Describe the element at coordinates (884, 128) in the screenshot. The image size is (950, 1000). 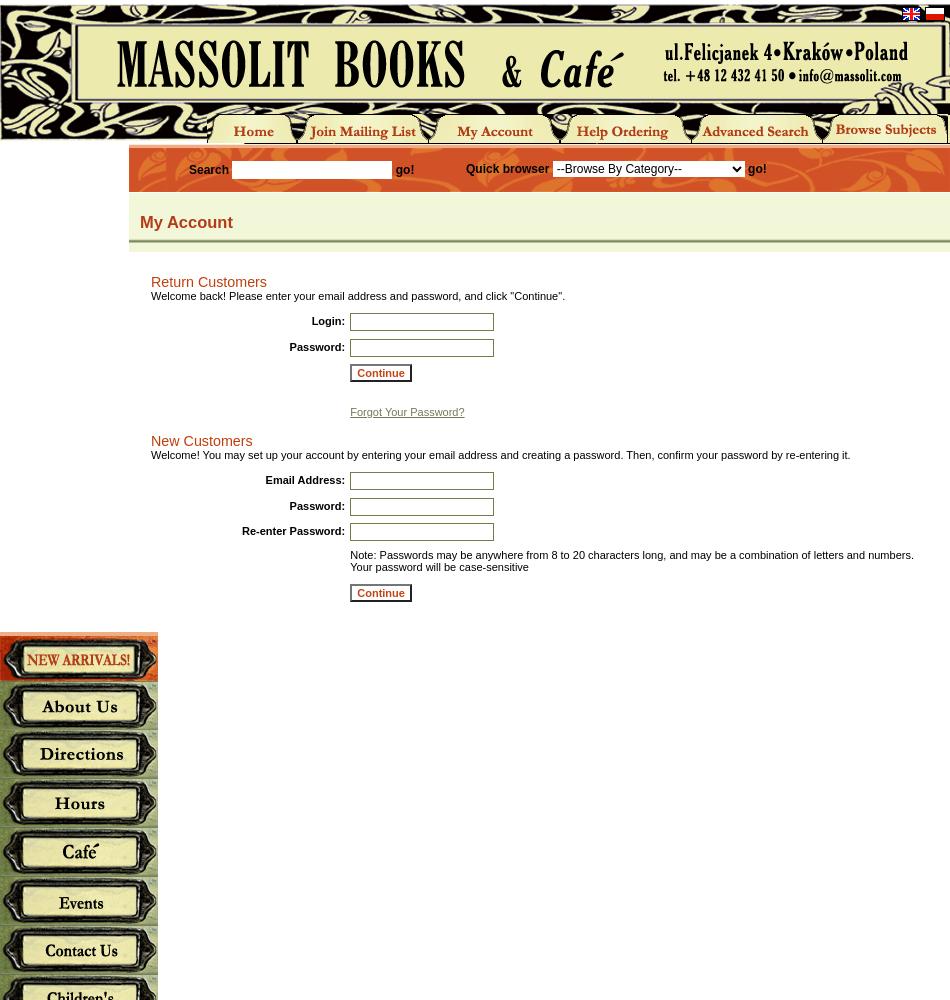
I see `'Browse subjects'` at that location.